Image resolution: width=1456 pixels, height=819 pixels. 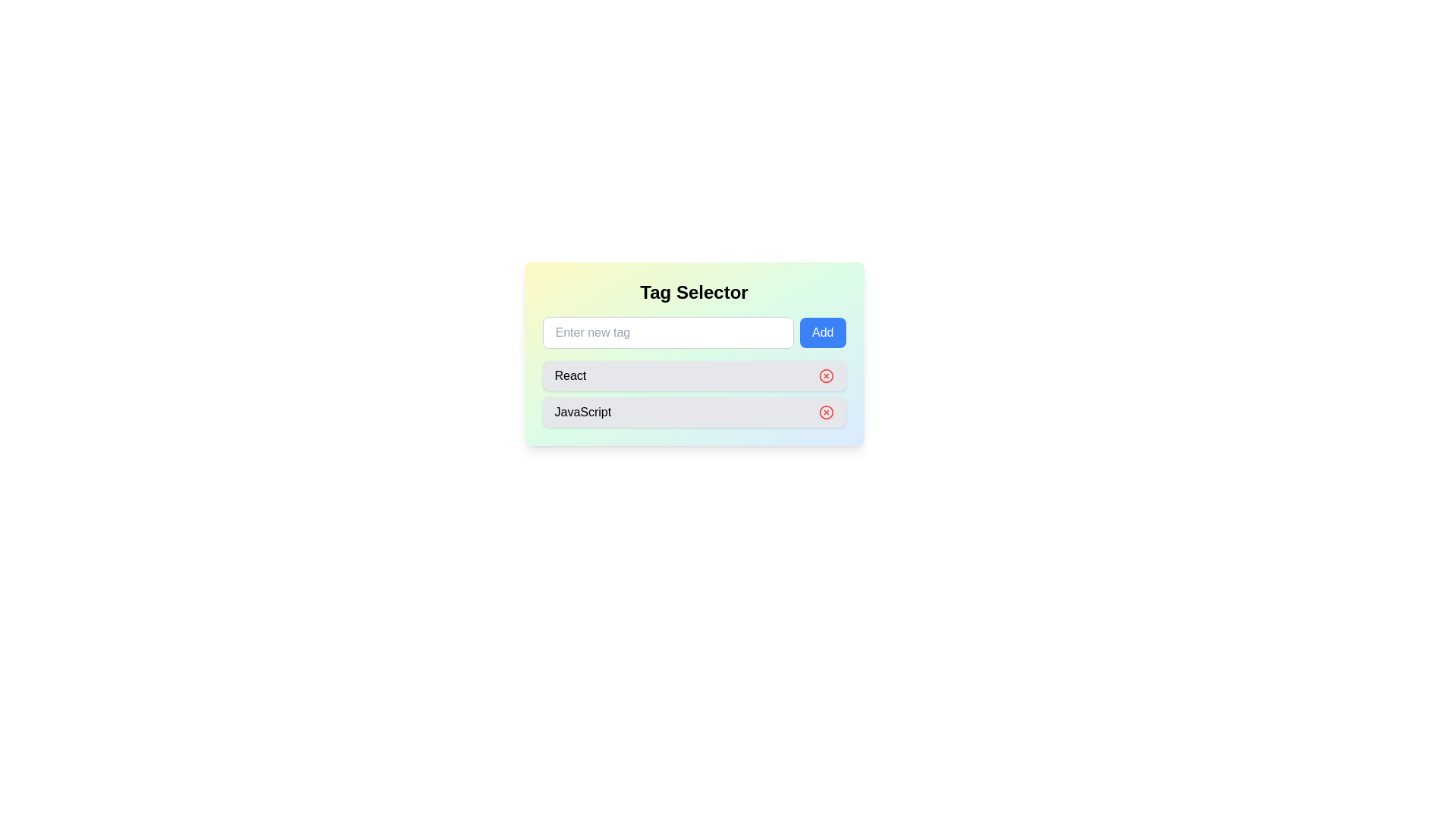 What do you see at coordinates (825, 375) in the screenshot?
I see `the circular icon button located to the right of the 'React' tag` at bounding box center [825, 375].